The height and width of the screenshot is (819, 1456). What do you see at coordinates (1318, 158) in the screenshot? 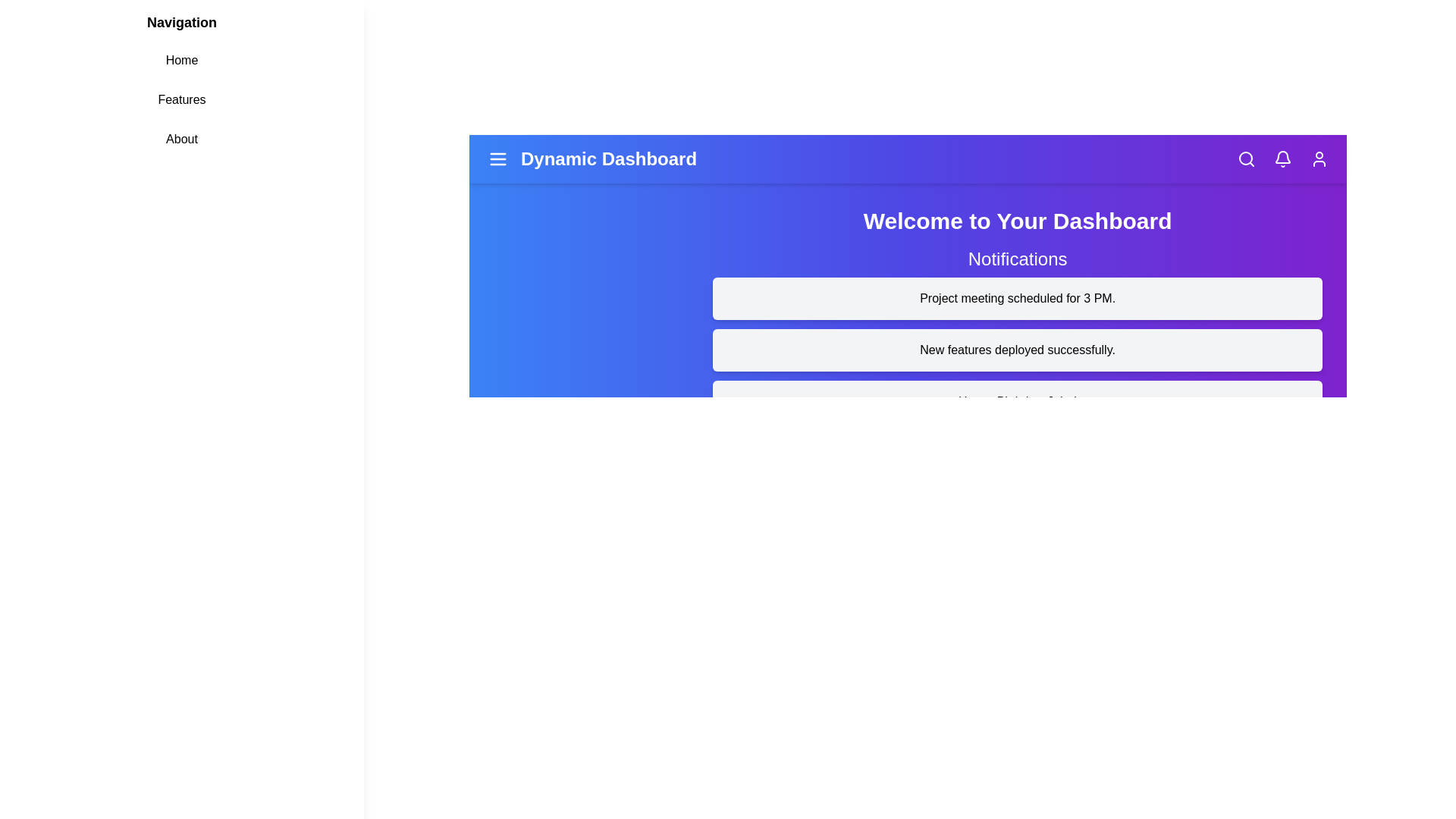
I see `the user icon to open the user profile options` at bounding box center [1318, 158].